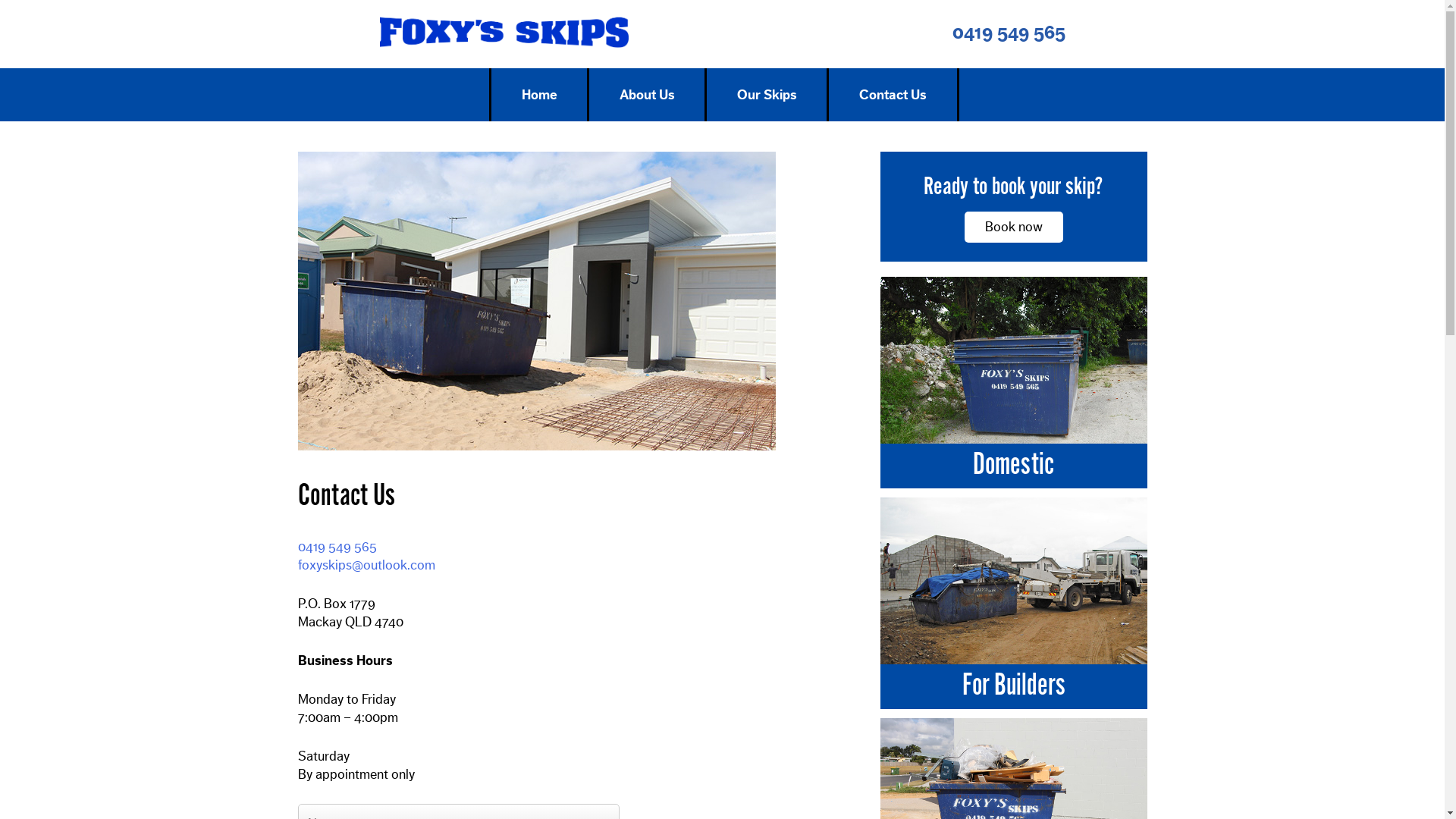  I want to click on 'Book now', so click(1014, 227).